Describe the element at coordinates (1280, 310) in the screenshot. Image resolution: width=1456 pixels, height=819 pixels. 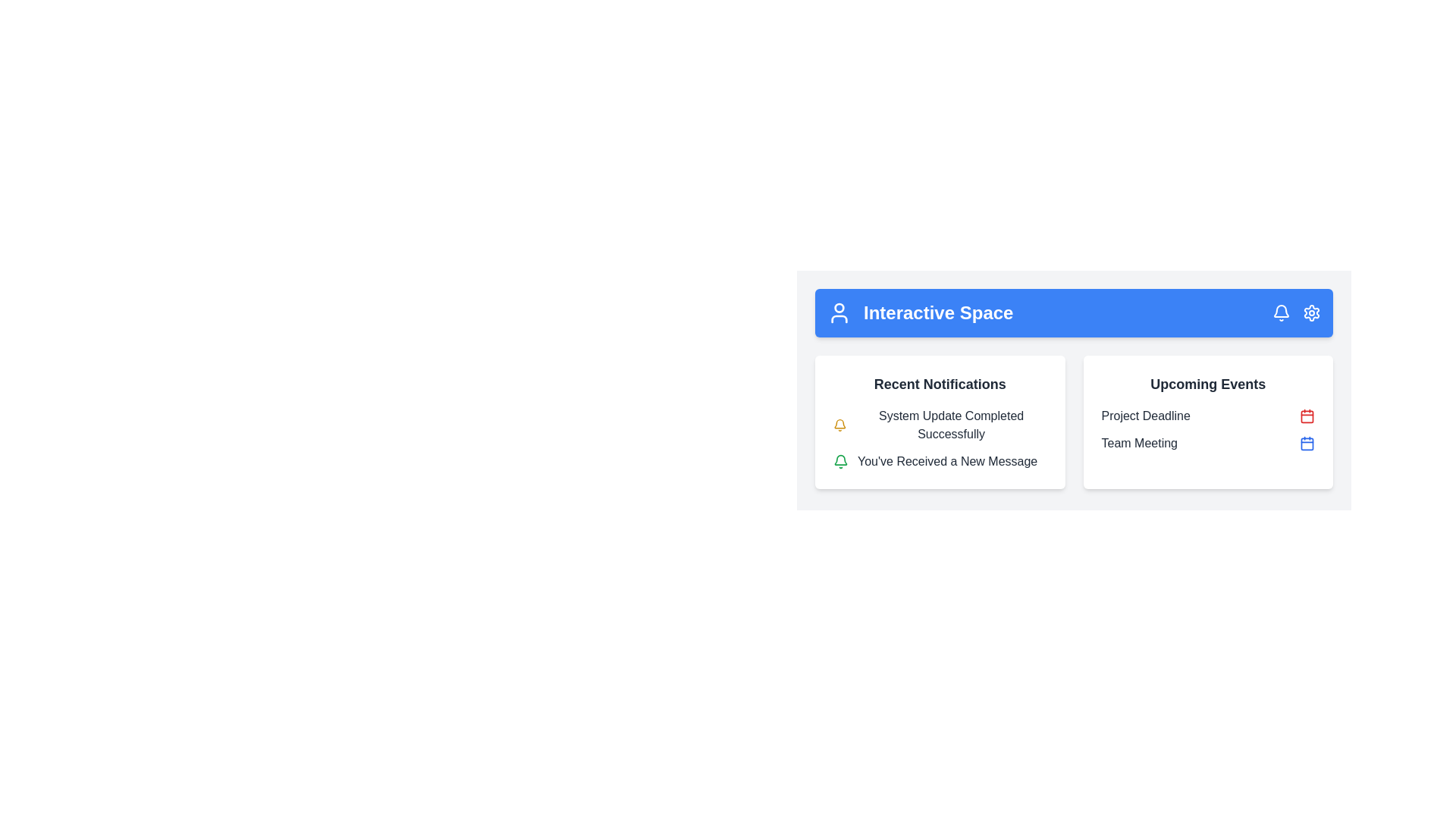
I see `the bell icon for notifications located in the upper-right corner of the blue header section, to the left of the gear icon` at that location.